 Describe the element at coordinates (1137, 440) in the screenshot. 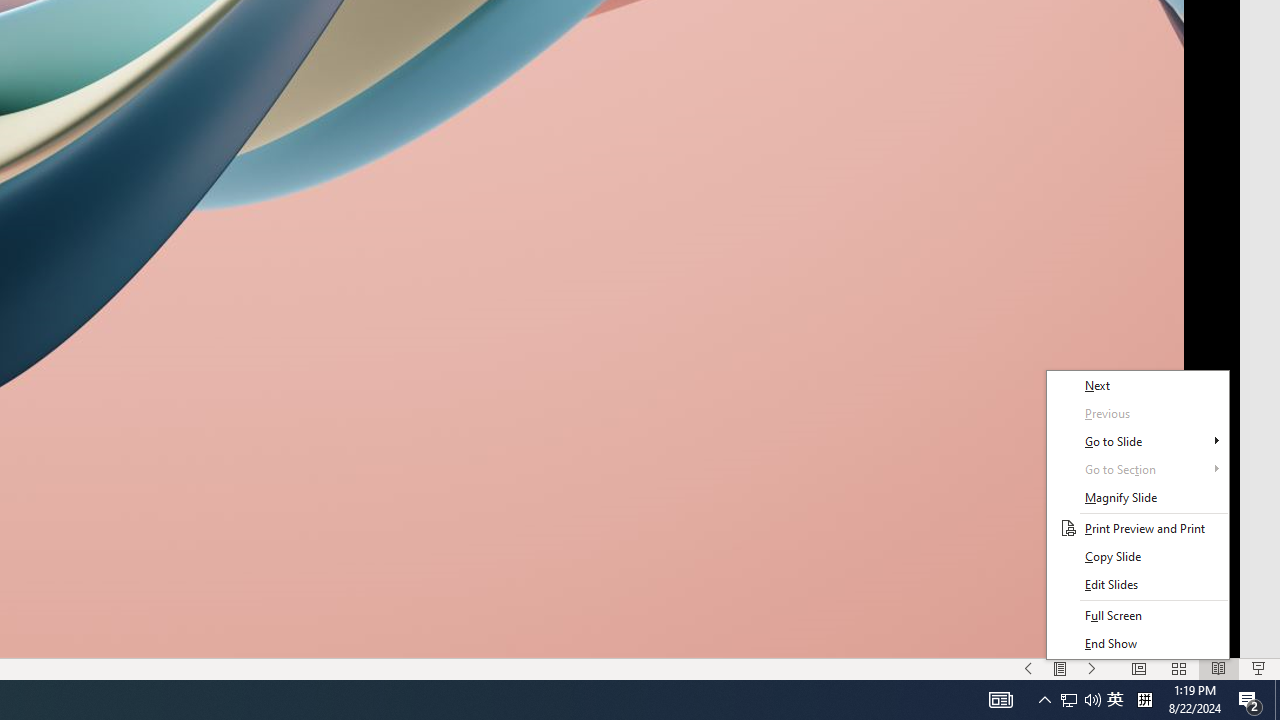

I see `'Go to Slide'` at that location.